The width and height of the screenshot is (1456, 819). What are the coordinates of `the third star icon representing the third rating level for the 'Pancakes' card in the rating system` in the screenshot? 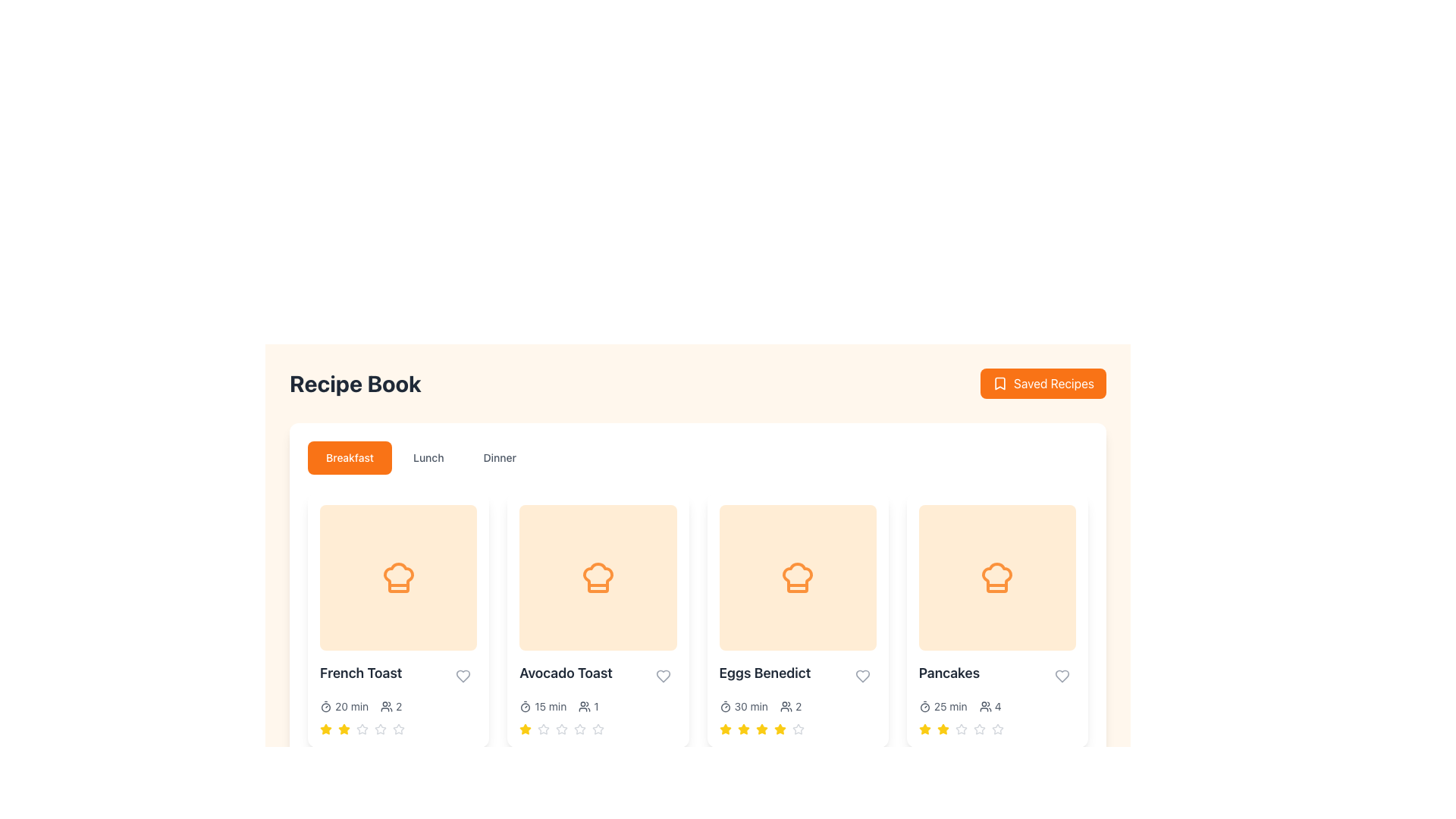 It's located at (942, 728).